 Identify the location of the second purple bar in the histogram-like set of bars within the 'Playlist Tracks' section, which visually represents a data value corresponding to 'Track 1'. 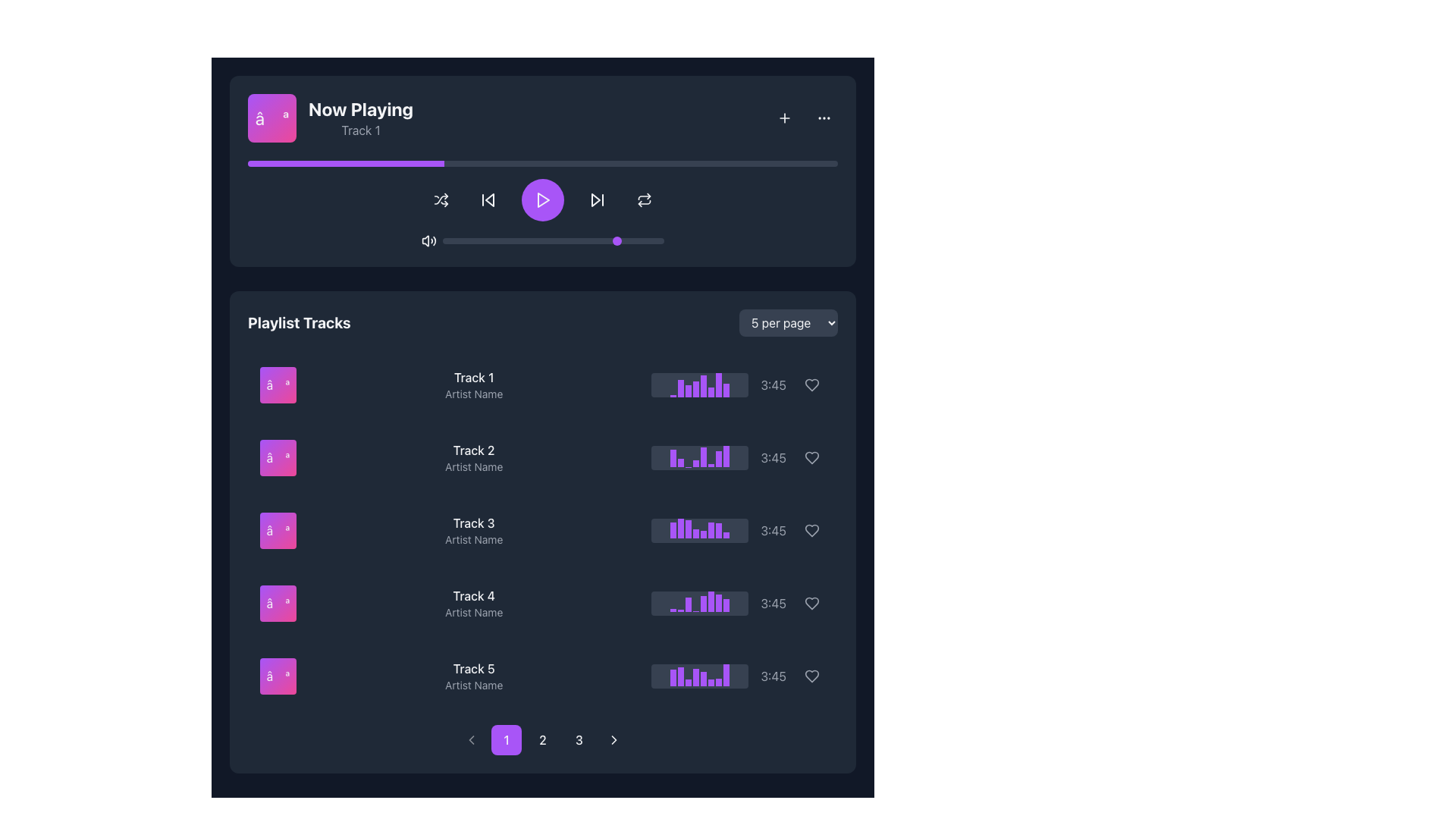
(680, 388).